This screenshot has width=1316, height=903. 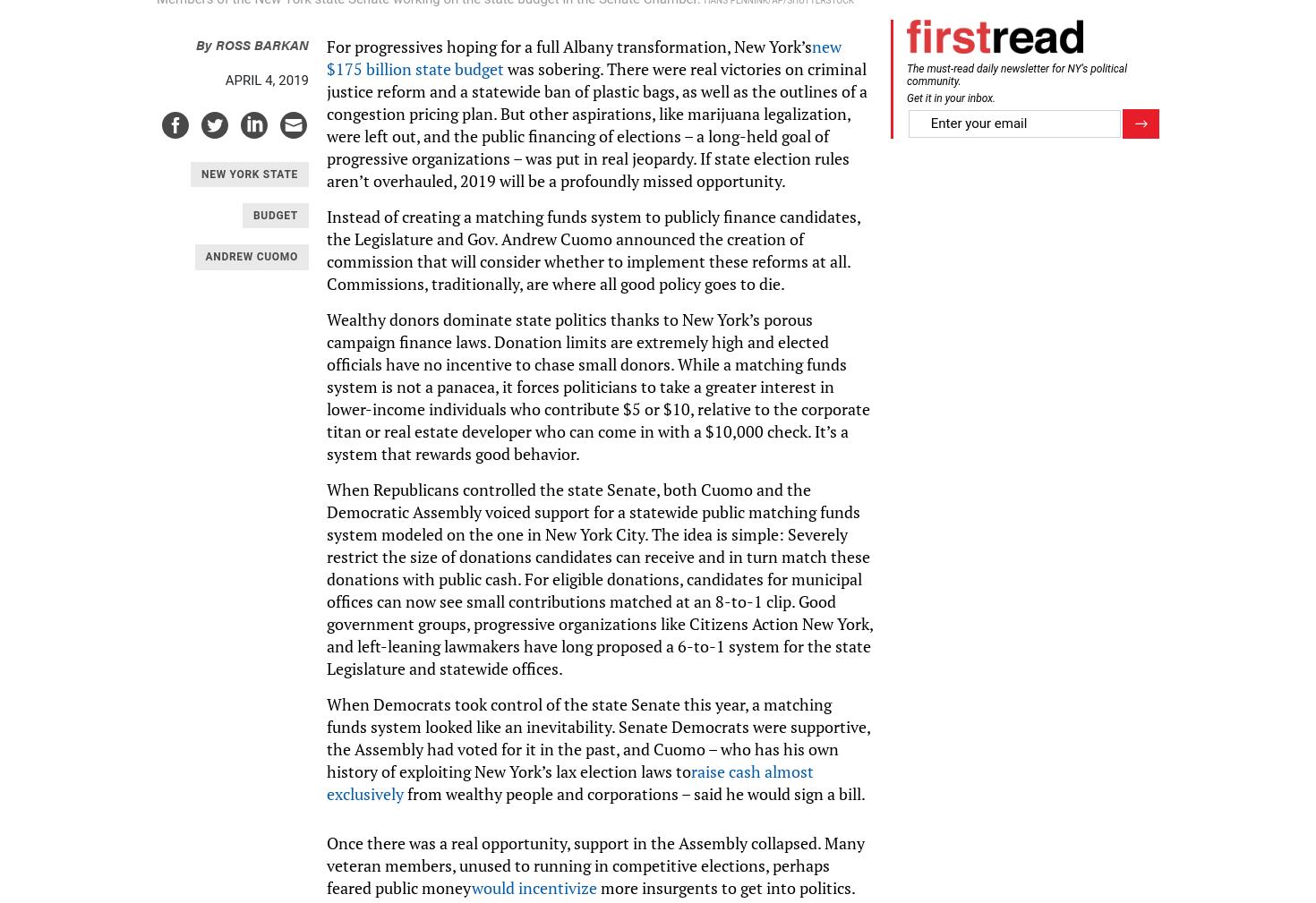 I want to click on 'new $175 billion state budget', so click(x=583, y=55).